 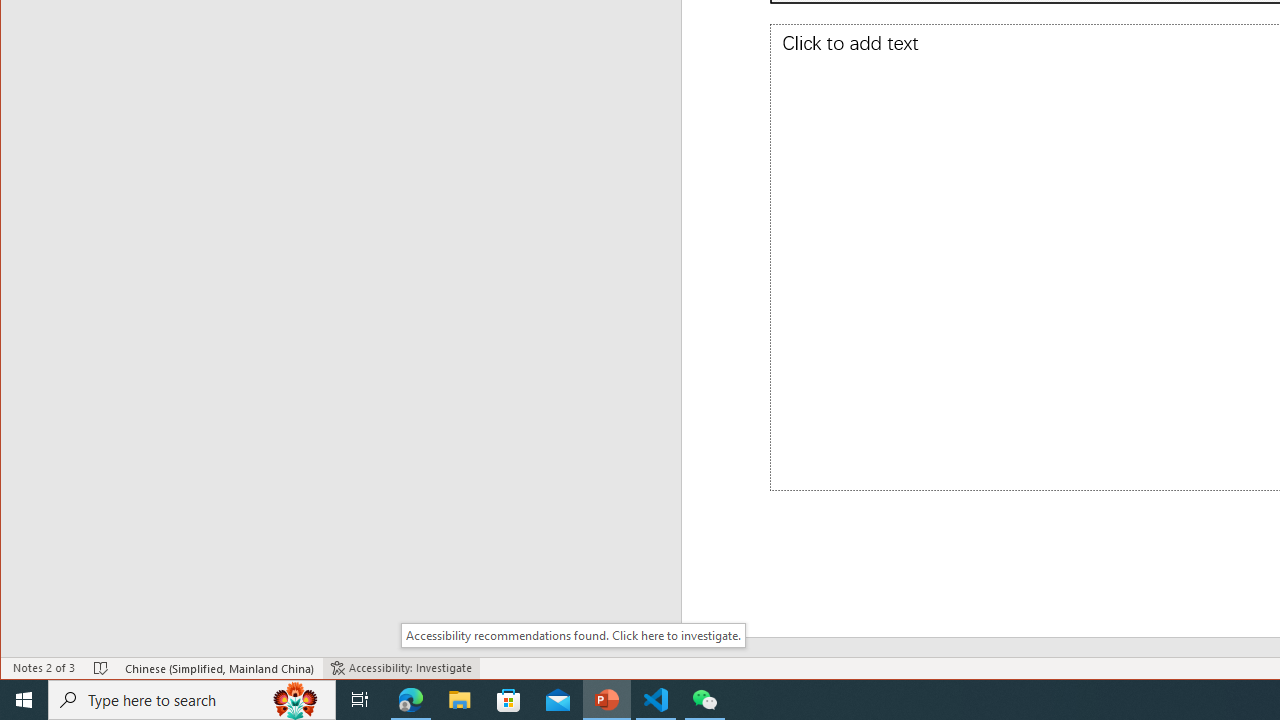 What do you see at coordinates (705, 698) in the screenshot?
I see `'WeChat - 1 running window'` at bounding box center [705, 698].